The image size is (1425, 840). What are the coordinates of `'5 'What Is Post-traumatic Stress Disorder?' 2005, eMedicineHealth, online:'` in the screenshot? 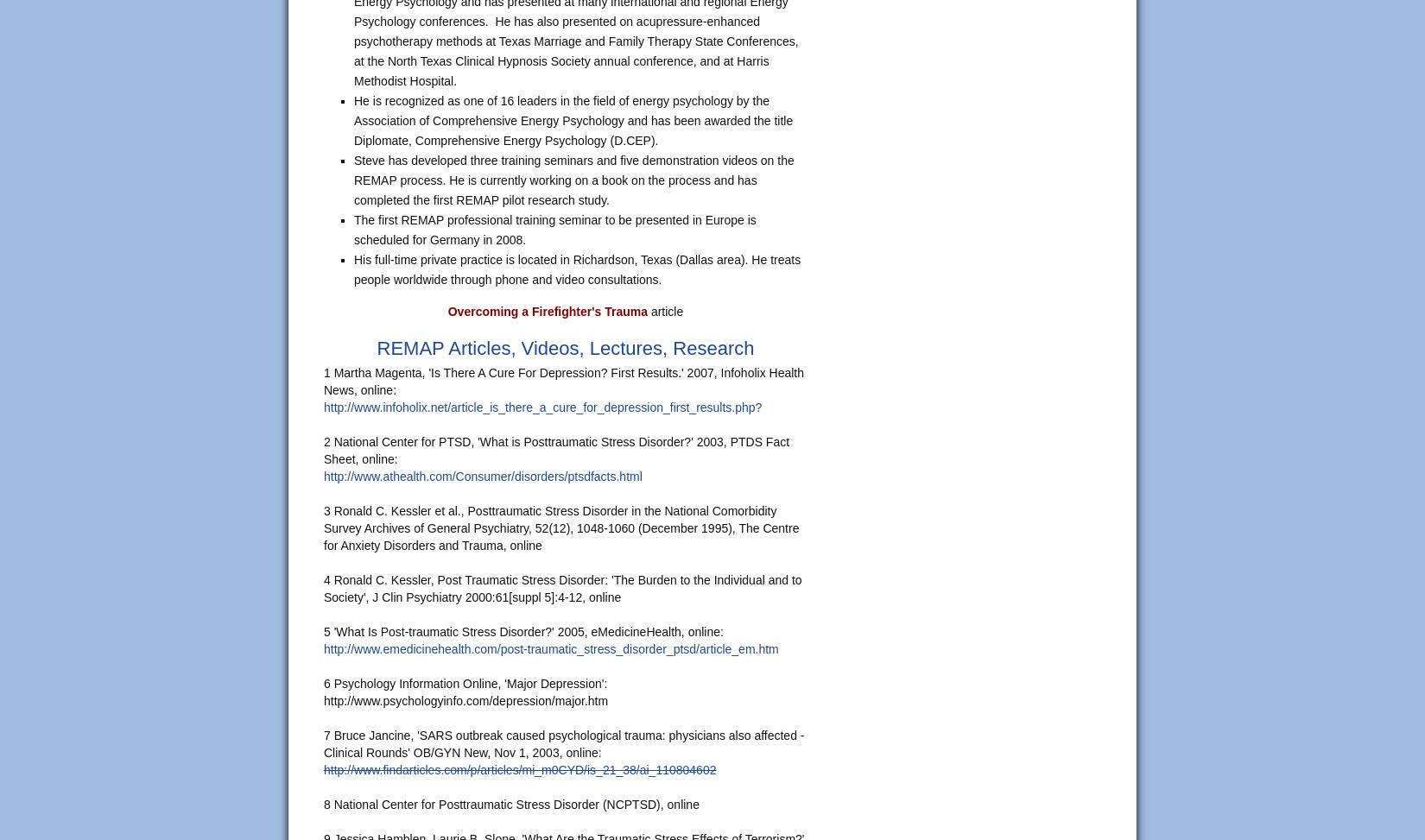 It's located at (324, 631).